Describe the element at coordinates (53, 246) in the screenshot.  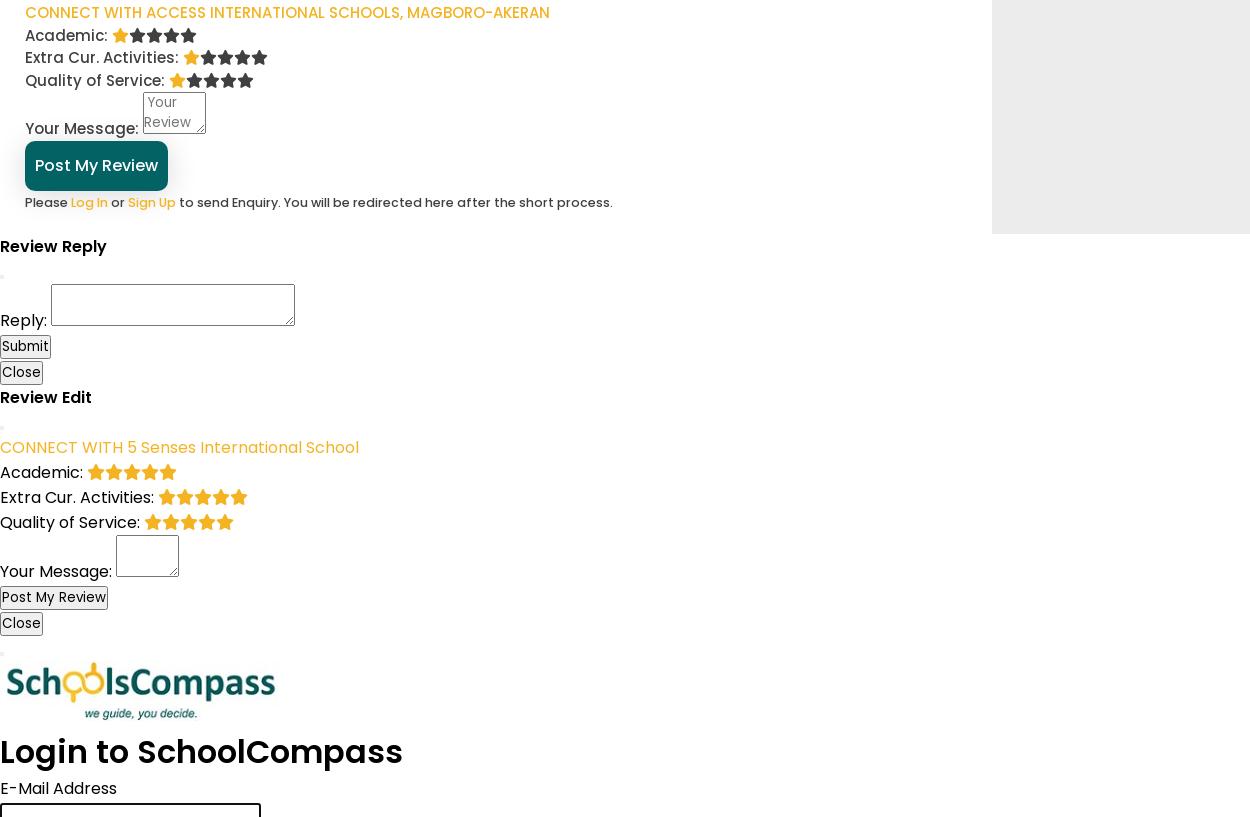
I see `'Review Reply'` at that location.